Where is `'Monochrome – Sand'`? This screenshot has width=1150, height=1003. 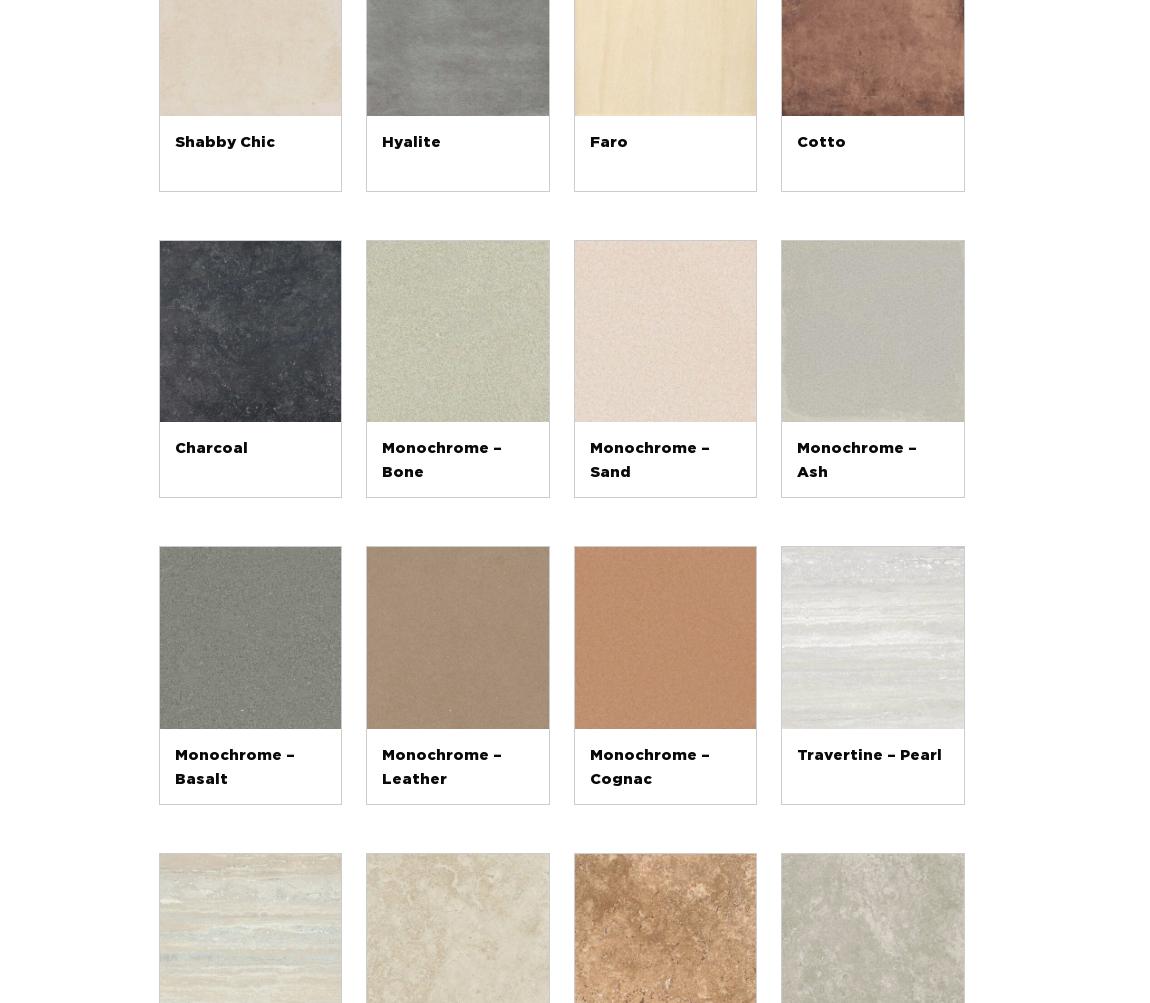
'Monochrome – Sand' is located at coordinates (647, 460).